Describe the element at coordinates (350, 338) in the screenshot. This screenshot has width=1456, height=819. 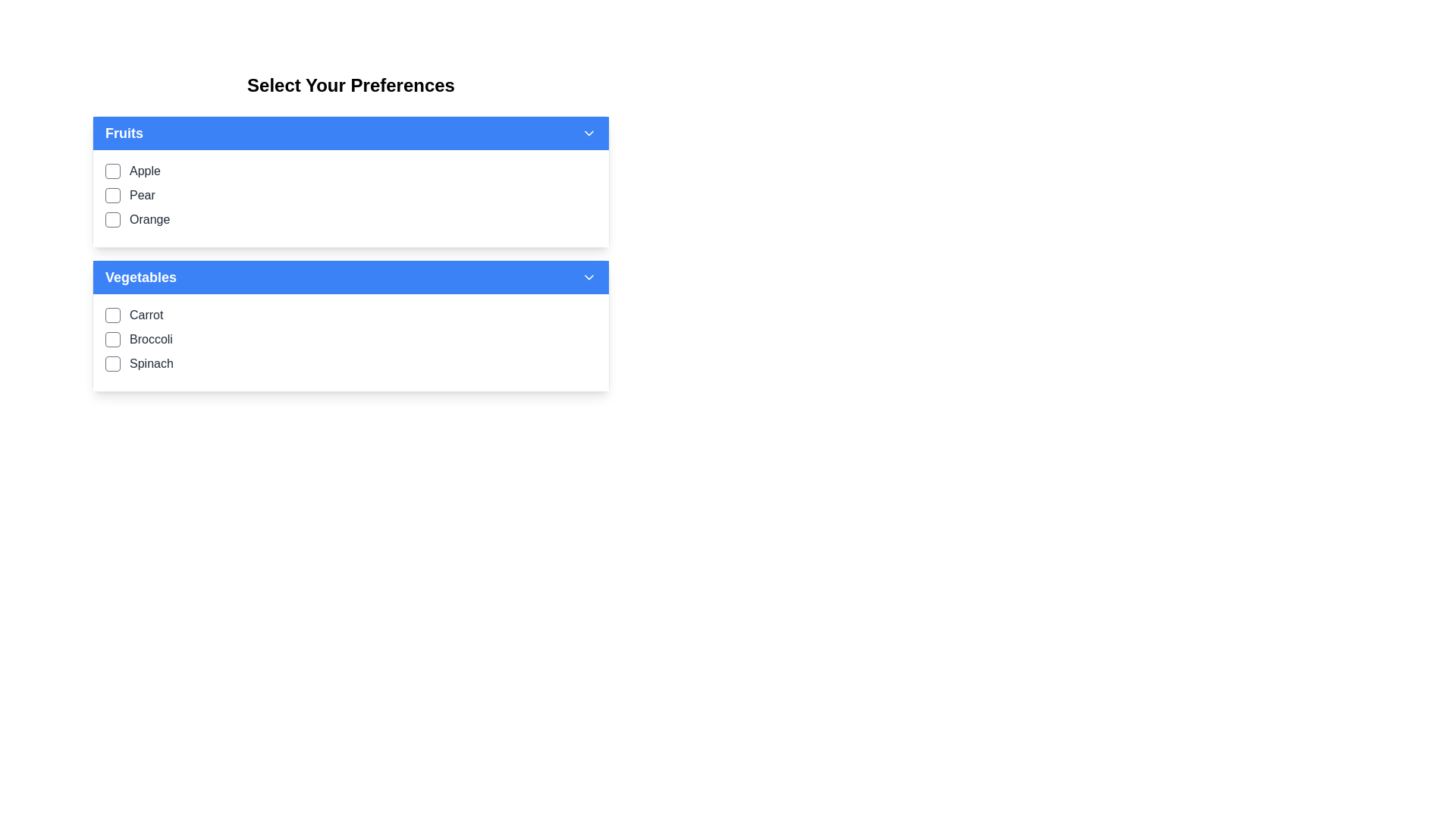
I see `the selectable list item labeled 'Broccoli' with a checkbox in the 'Vegetables' section` at that location.